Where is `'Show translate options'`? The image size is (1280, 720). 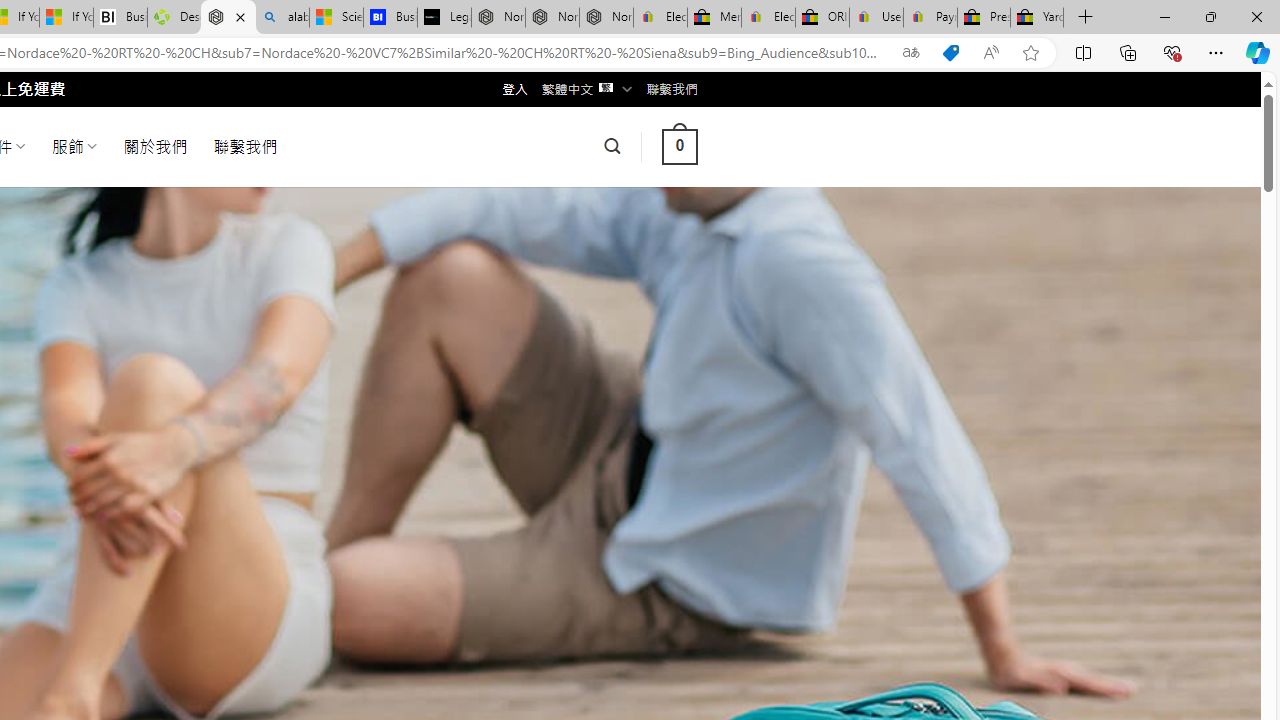 'Show translate options' is located at coordinates (909, 52).